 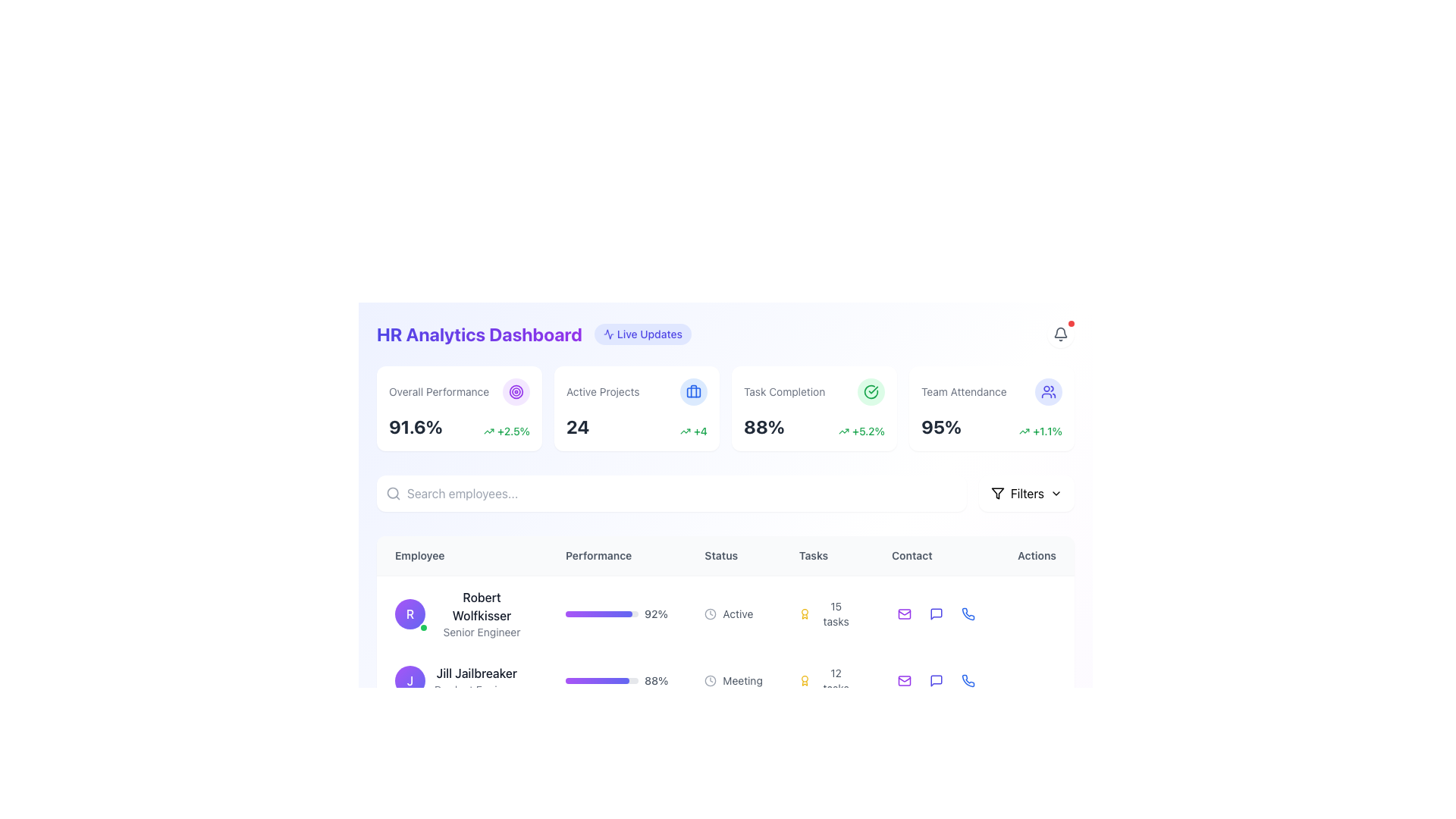 What do you see at coordinates (733, 614) in the screenshot?
I see `the text label 'active' with a small clock icon next to it, located in the 'Status' column of the employee list` at bounding box center [733, 614].